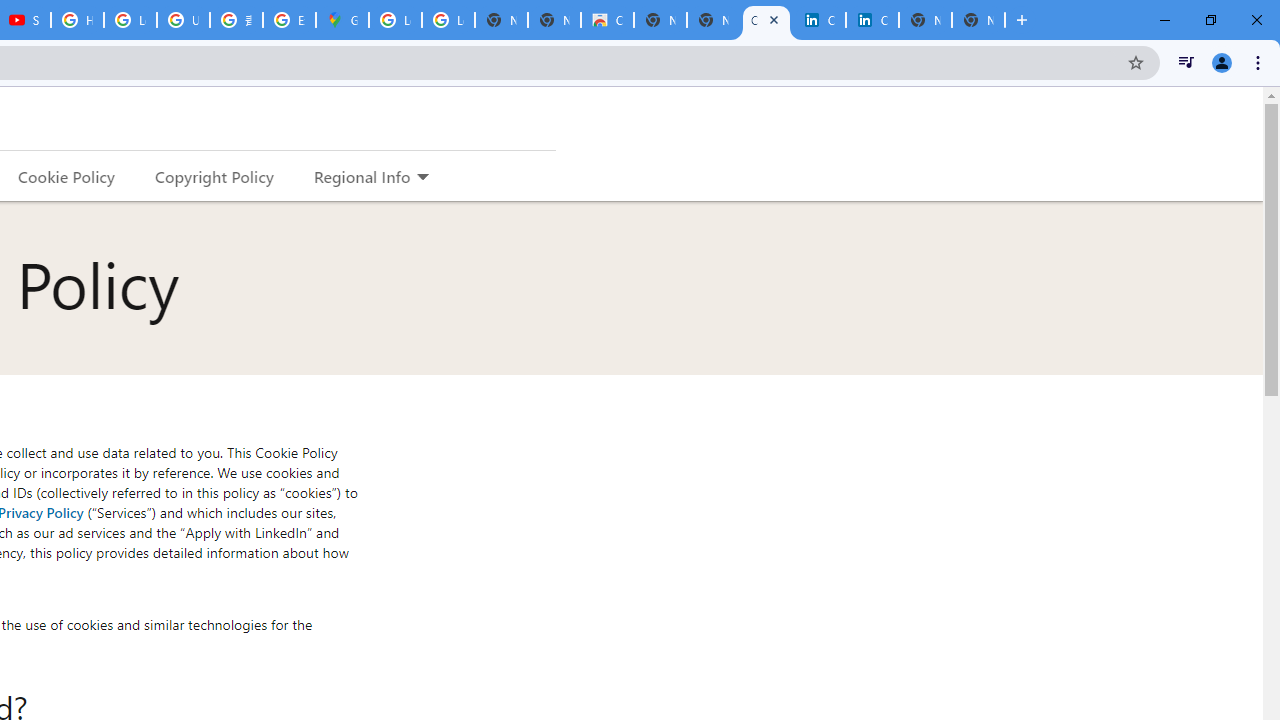 The image size is (1280, 720). What do you see at coordinates (66, 175) in the screenshot?
I see `'Cookie Policy'` at bounding box center [66, 175].